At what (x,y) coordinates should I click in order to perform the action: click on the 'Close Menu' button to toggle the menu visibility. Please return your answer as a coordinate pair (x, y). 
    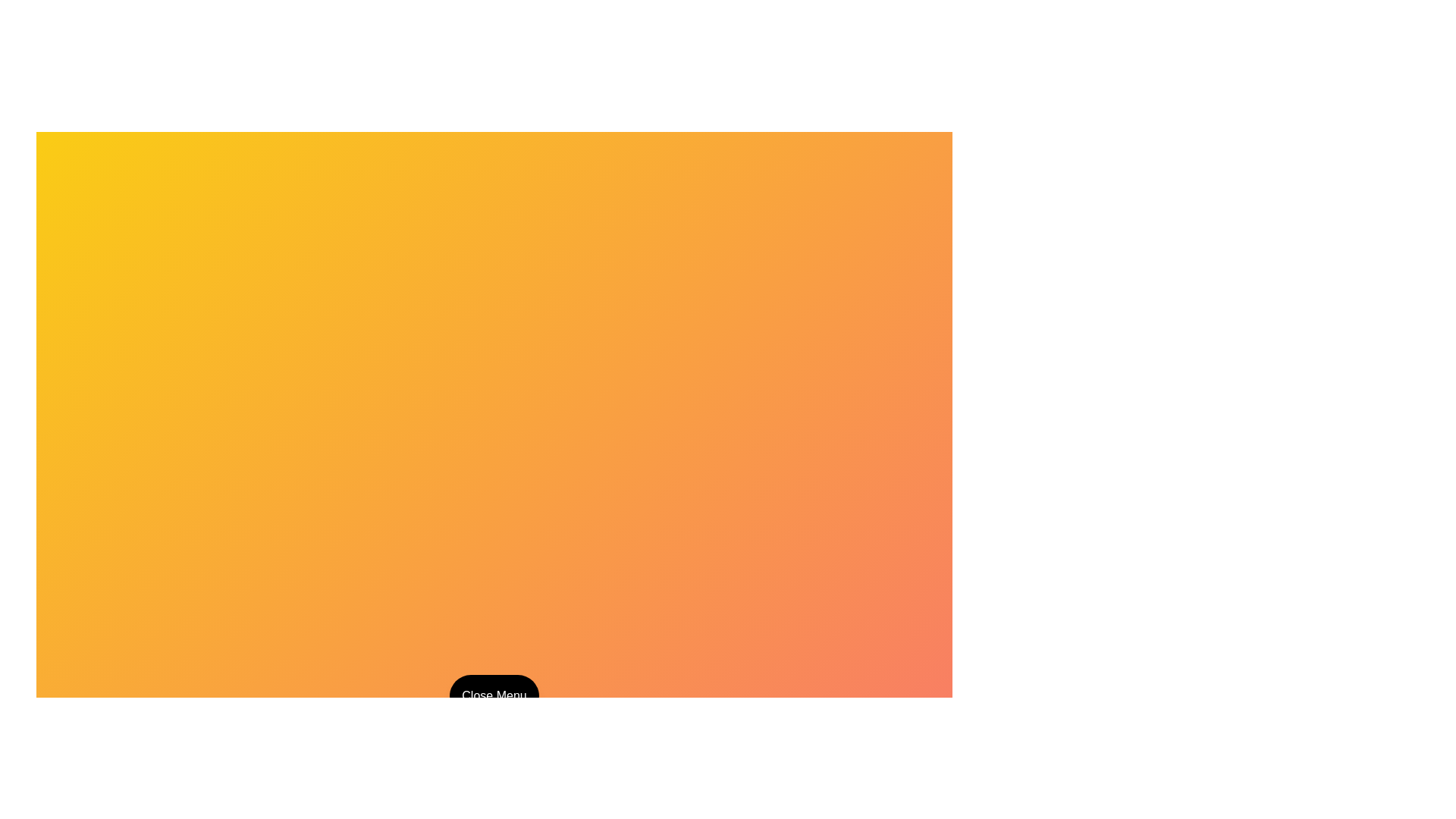
    Looking at the image, I should click on (494, 696).